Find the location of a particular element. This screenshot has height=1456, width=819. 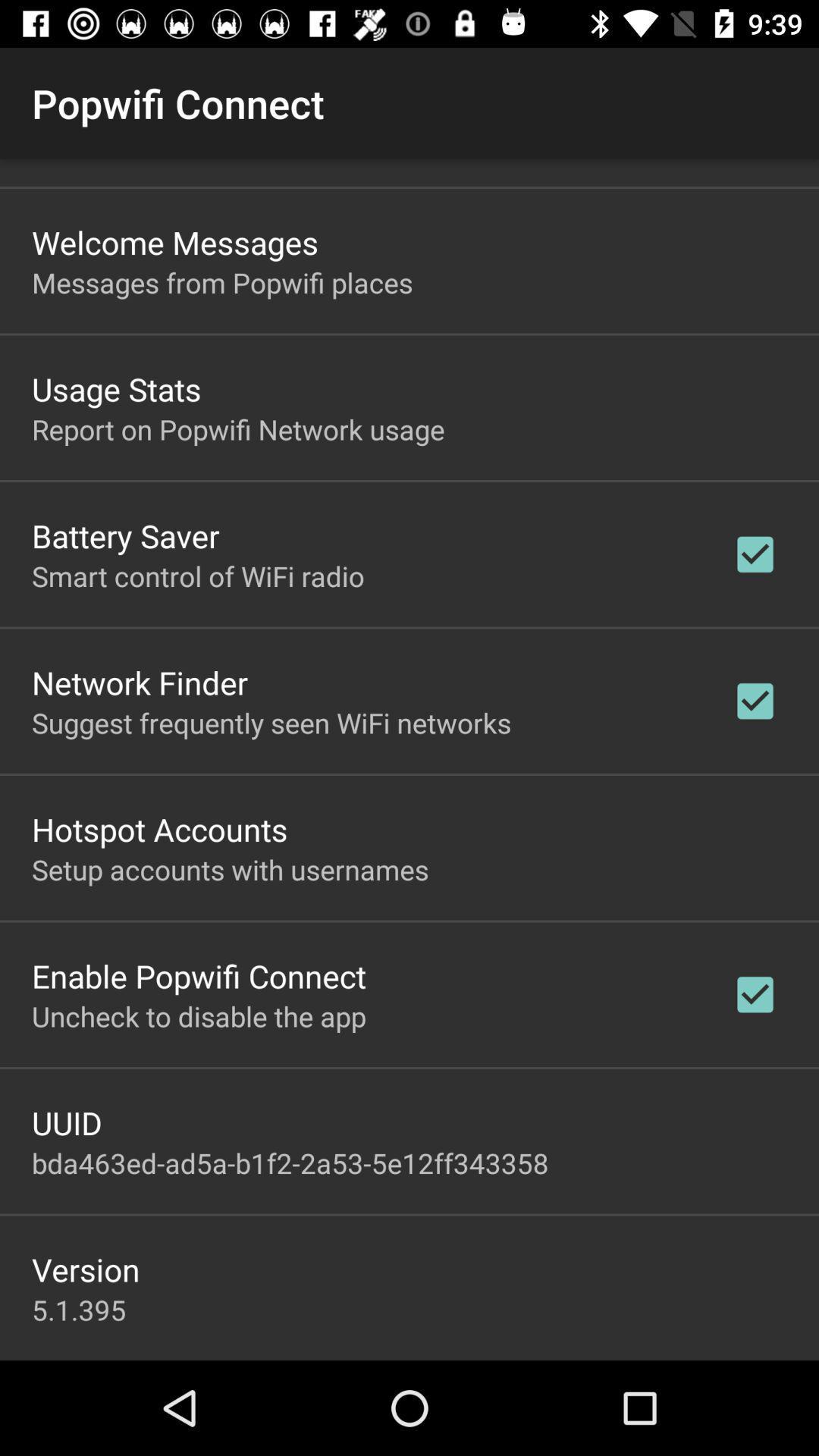

the app below the popwifi connect icon is located at coordinates (174, 241).